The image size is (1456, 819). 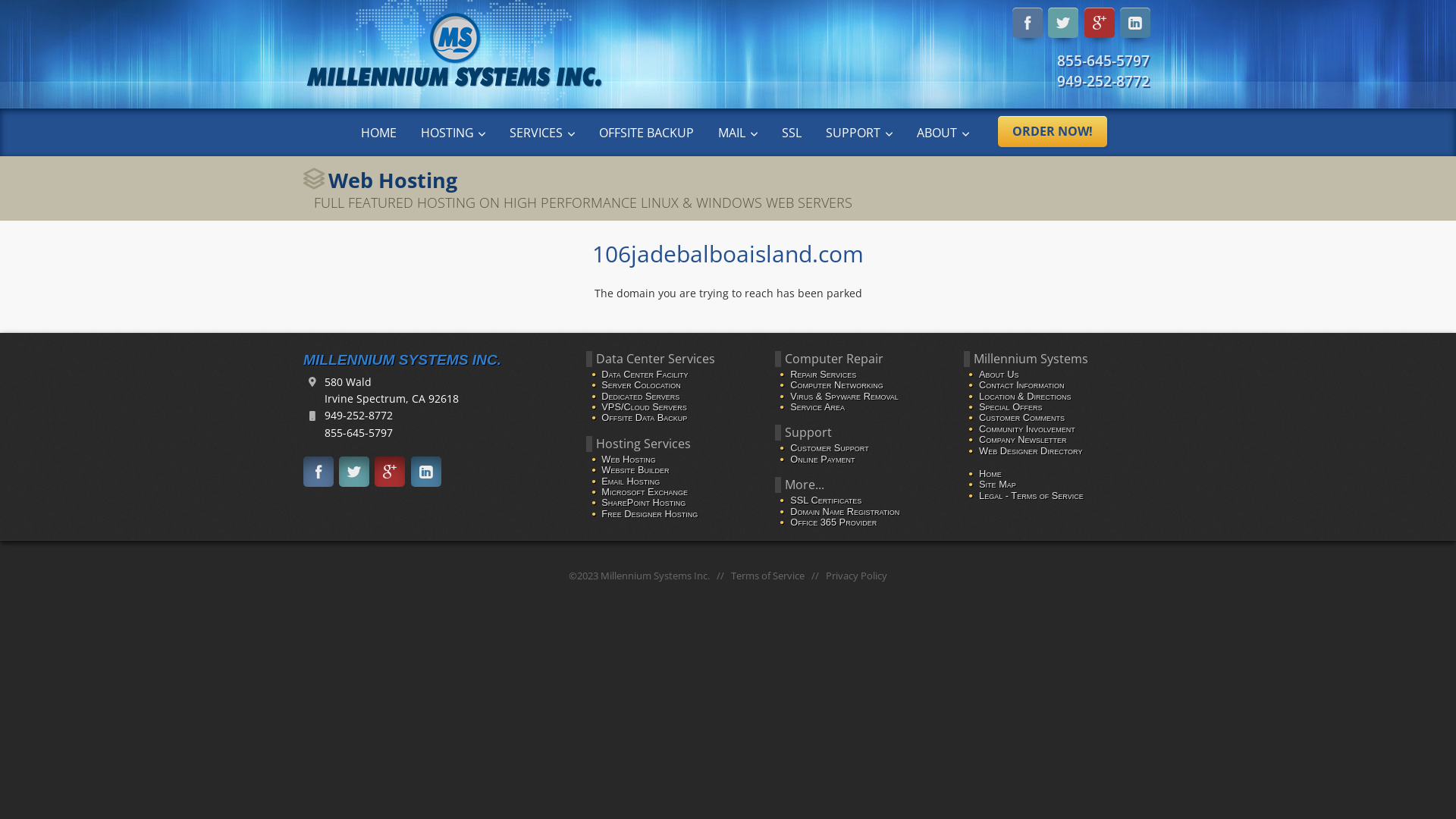 I want to click on 'Offsite Data Backup', so click(x=600, y=417).